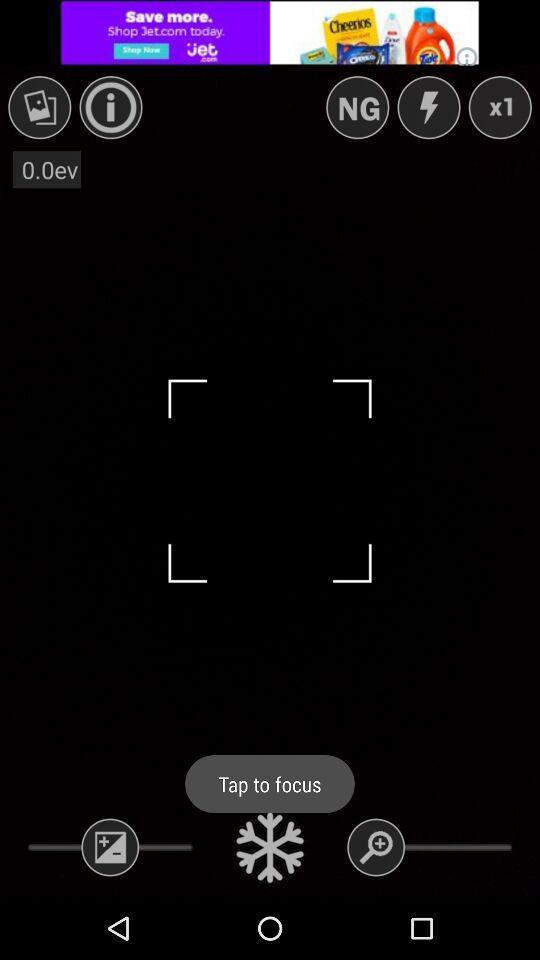  What do you see at coordinates (270, 846) in the screenshot?
I see `the settings icon` at bounding box center [270, 846].